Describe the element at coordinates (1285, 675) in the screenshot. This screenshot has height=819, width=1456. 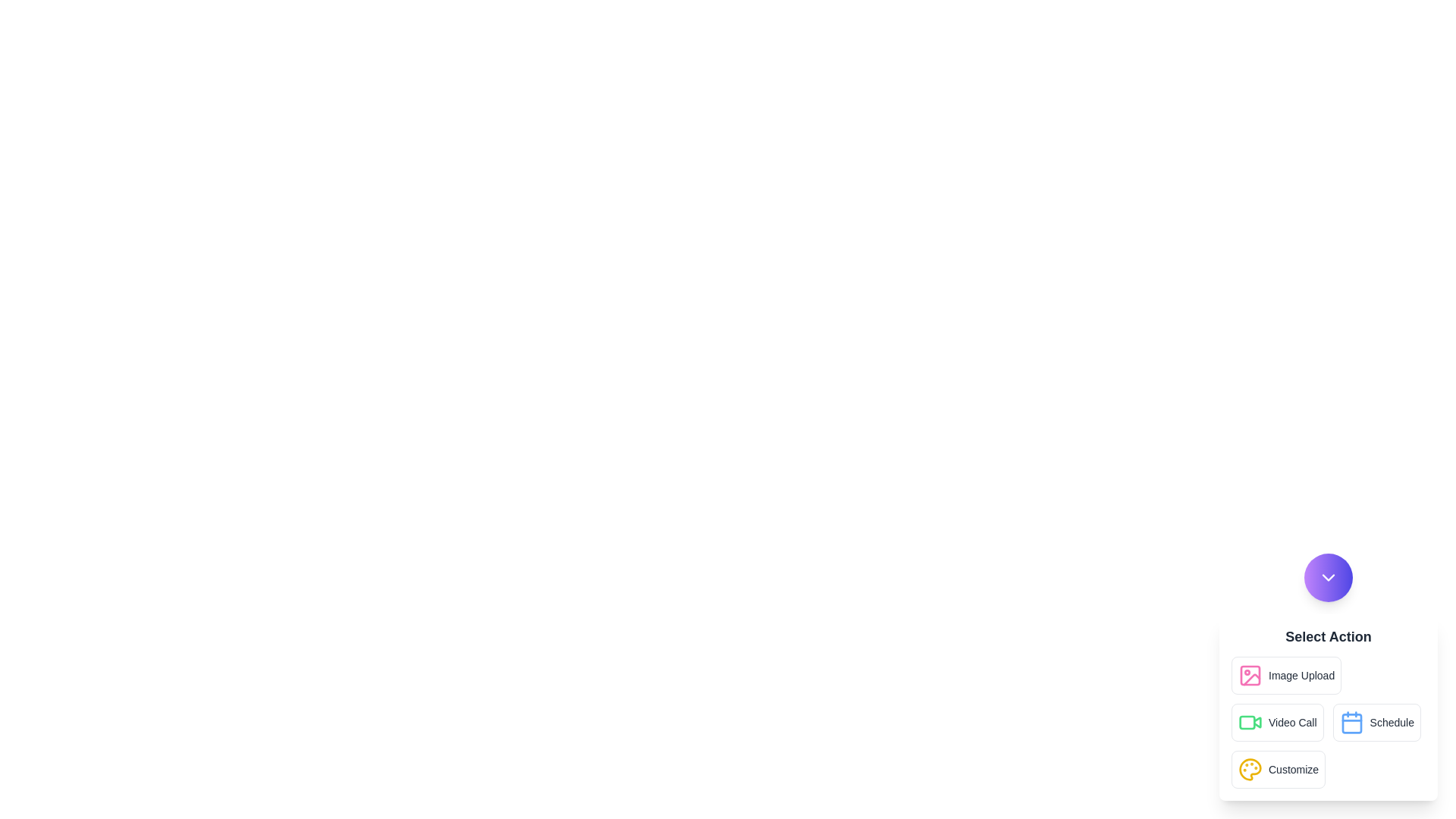
I see `the image upload button located below the dropdown icon and above the 'Video Call' button to initiate the image upload process` at that location.